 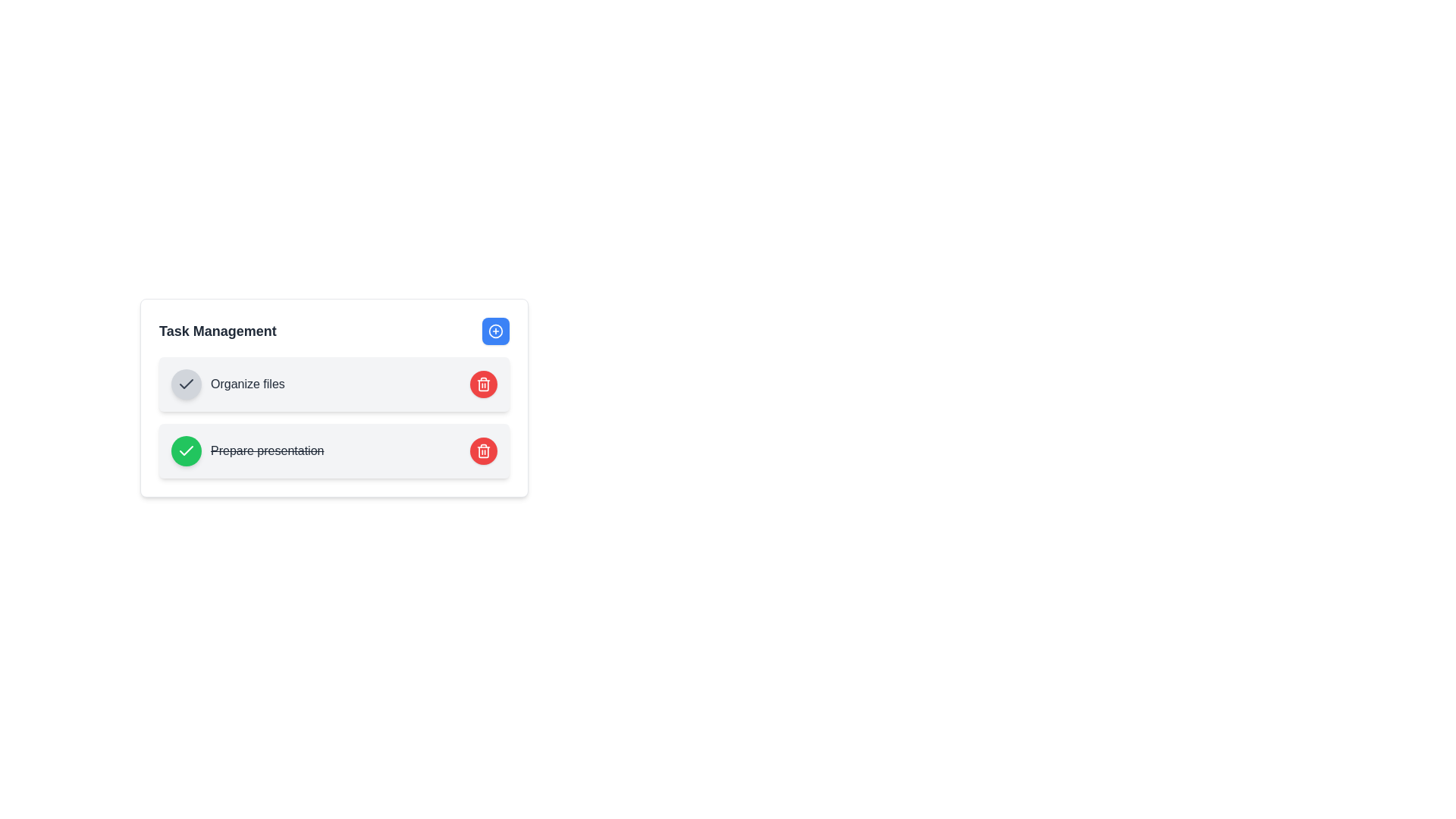 I want to click on the checkbox on the first task card in the to-do list to mark the task as complete, so click(x=334, y=397).